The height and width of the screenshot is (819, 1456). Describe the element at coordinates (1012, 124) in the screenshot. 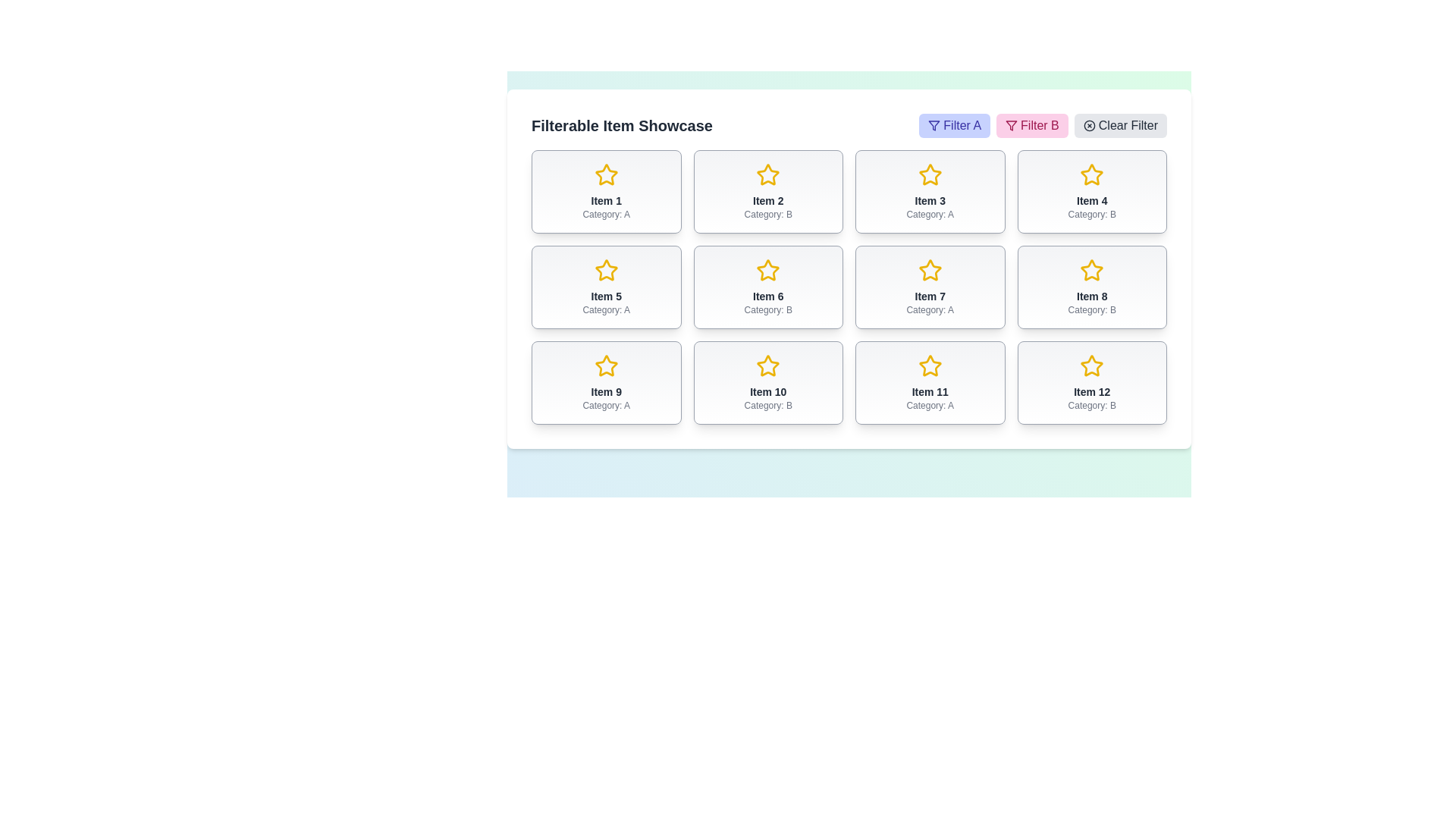

I see `the small colored funnel icon representing filtering functionality` at that location.